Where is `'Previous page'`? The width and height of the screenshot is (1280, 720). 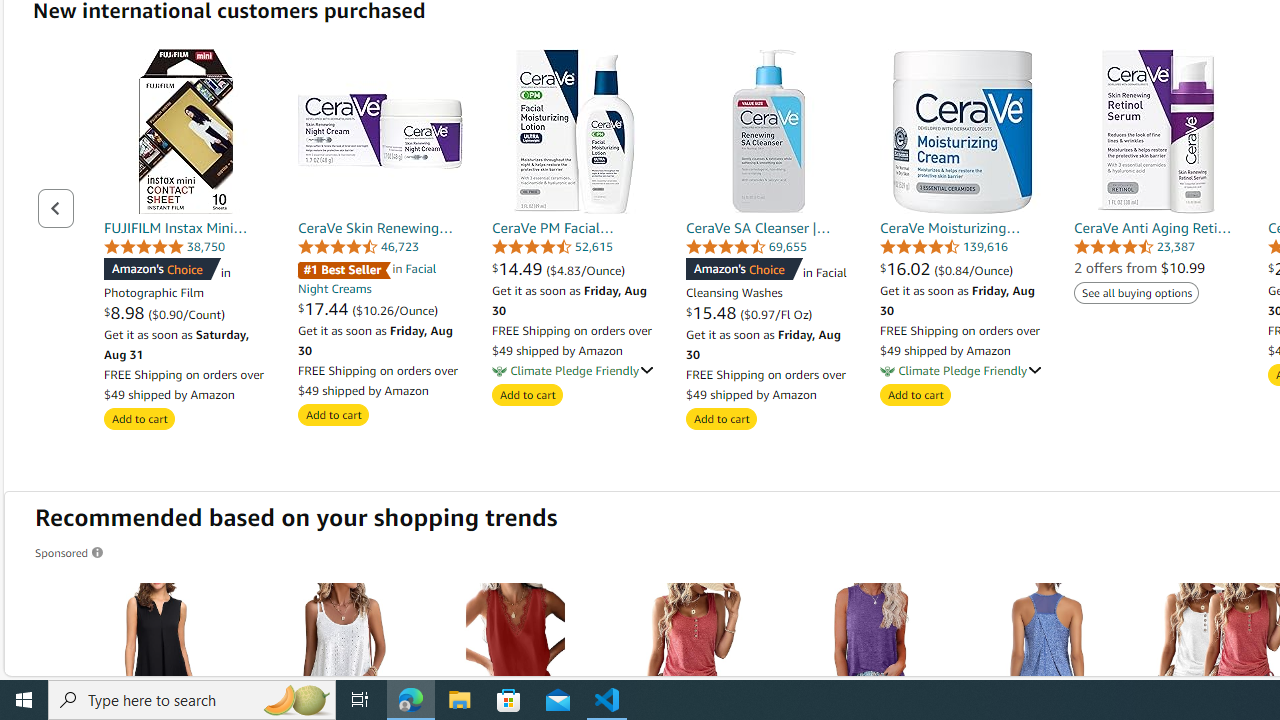 'Previous page' is located at coordinates (56, 208).